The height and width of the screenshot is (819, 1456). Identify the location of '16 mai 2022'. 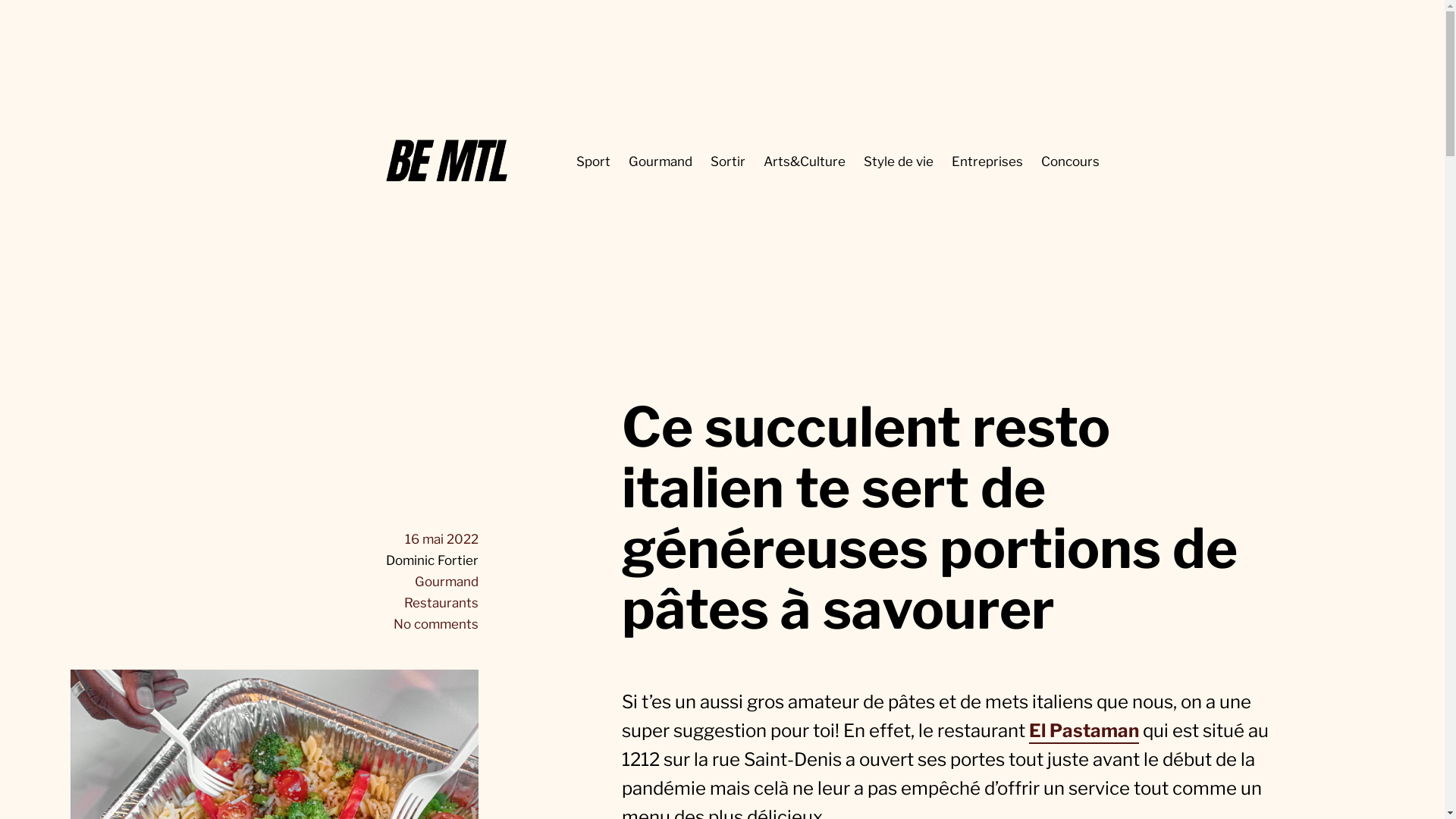
(441, 538).